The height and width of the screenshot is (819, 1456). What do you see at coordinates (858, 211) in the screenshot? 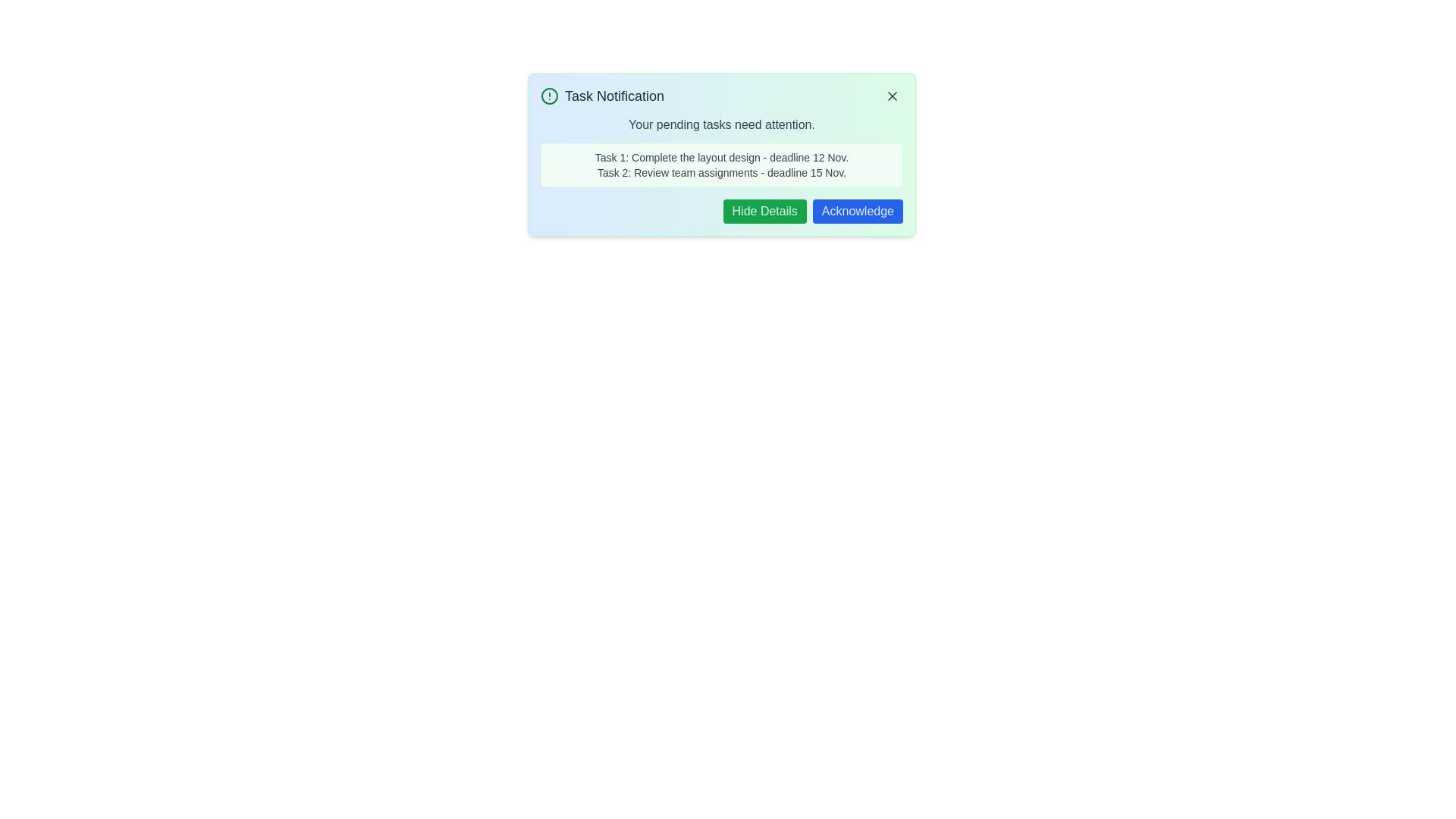
I see `the 'Acknowledge' button to acknowledge the notification` at bounding box center [858, 211].